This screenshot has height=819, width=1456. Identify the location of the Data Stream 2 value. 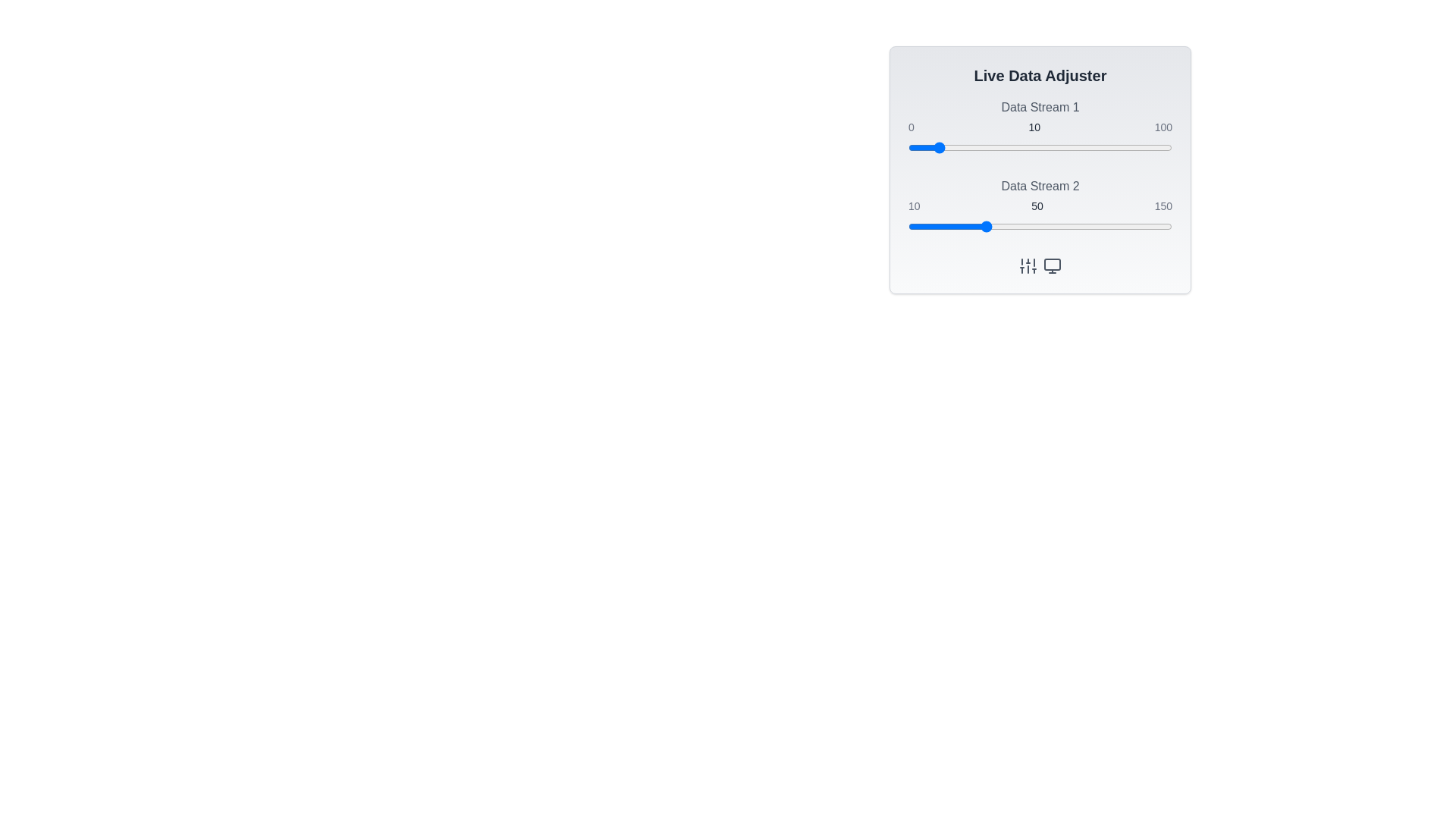
(1000, 227).